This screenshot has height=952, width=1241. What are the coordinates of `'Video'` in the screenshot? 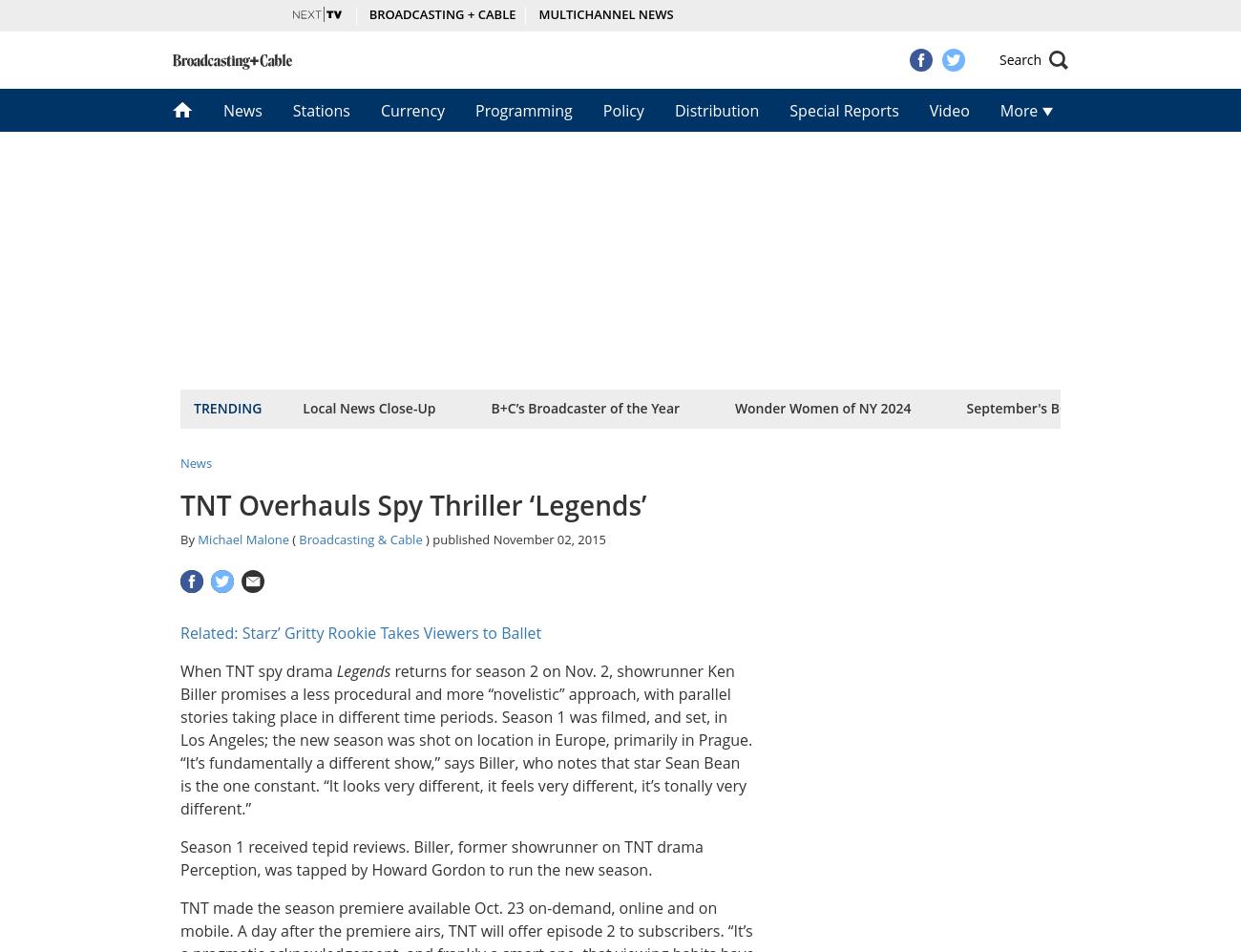 It's located at (947, 110).